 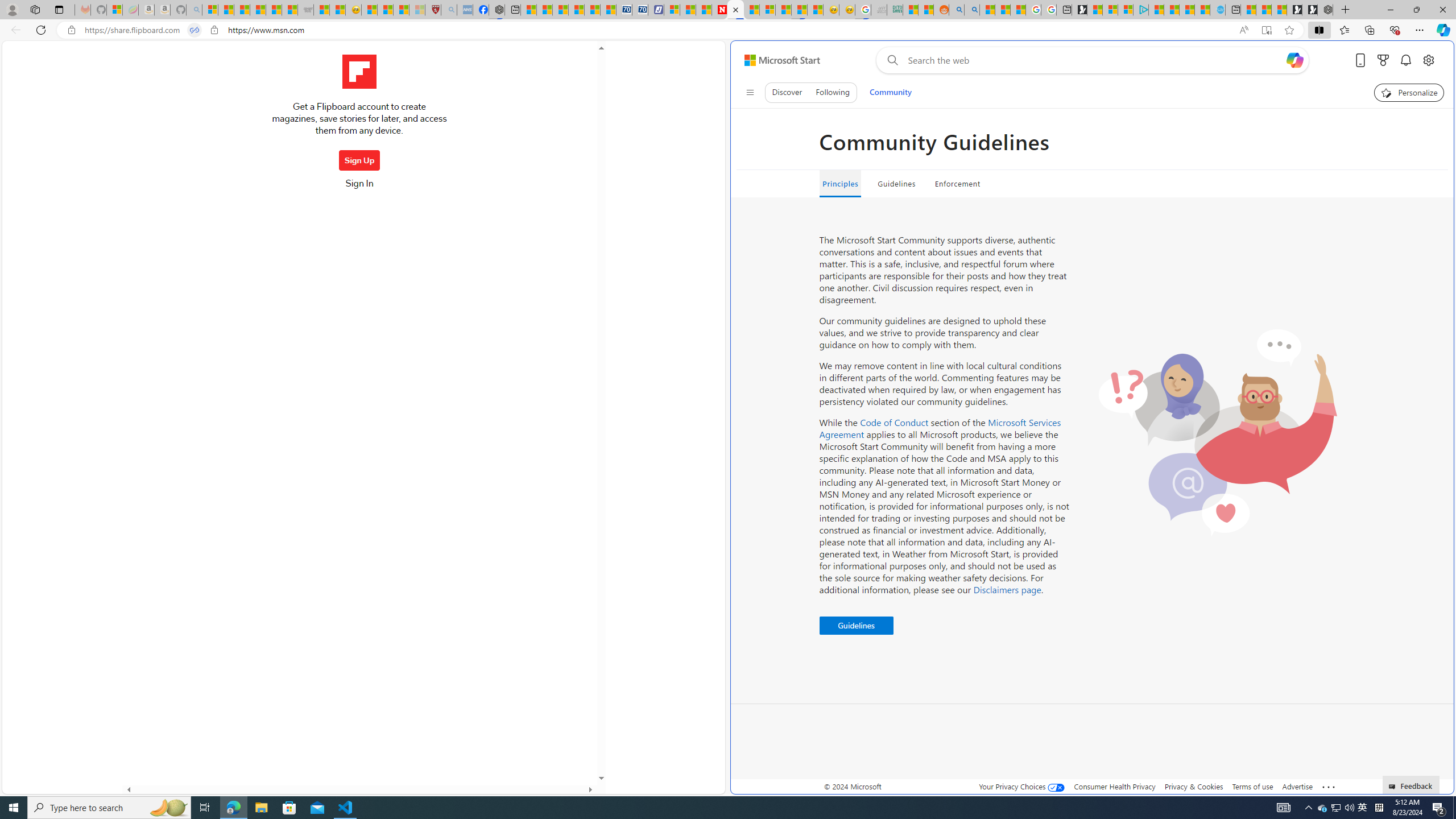 I want to click on 'Terms of use', so click(x=1252, y=786).